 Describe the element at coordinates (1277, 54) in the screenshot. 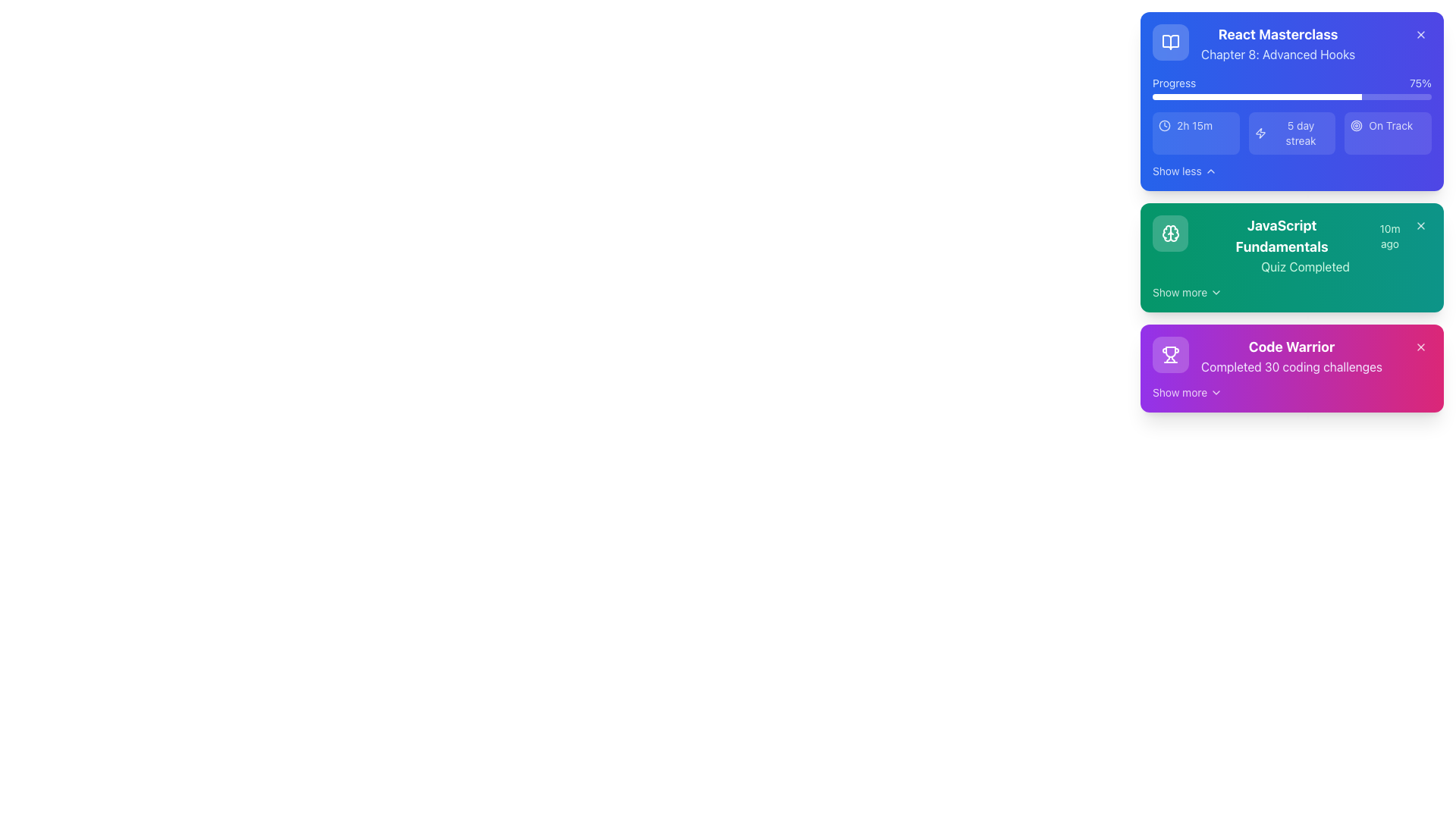

I see `subtitle text element located below the title 'React Masterclass' in the blue card at the top of the interface` at that location.